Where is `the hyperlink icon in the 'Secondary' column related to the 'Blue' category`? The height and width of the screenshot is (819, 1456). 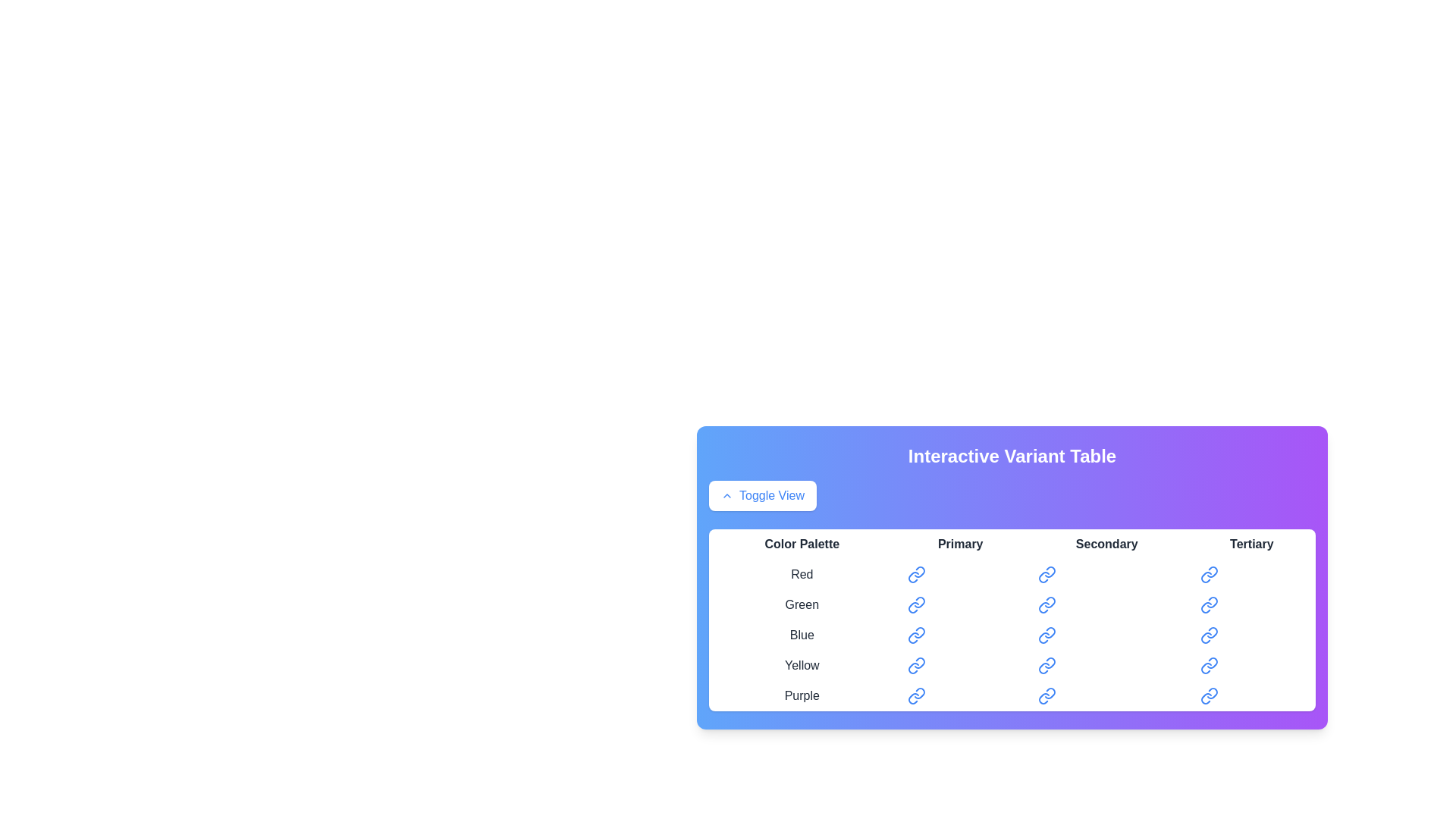
the hyperlink icon in the 'Secondary' column related to the 'Blue' category is located at coordinates (1049, 632).